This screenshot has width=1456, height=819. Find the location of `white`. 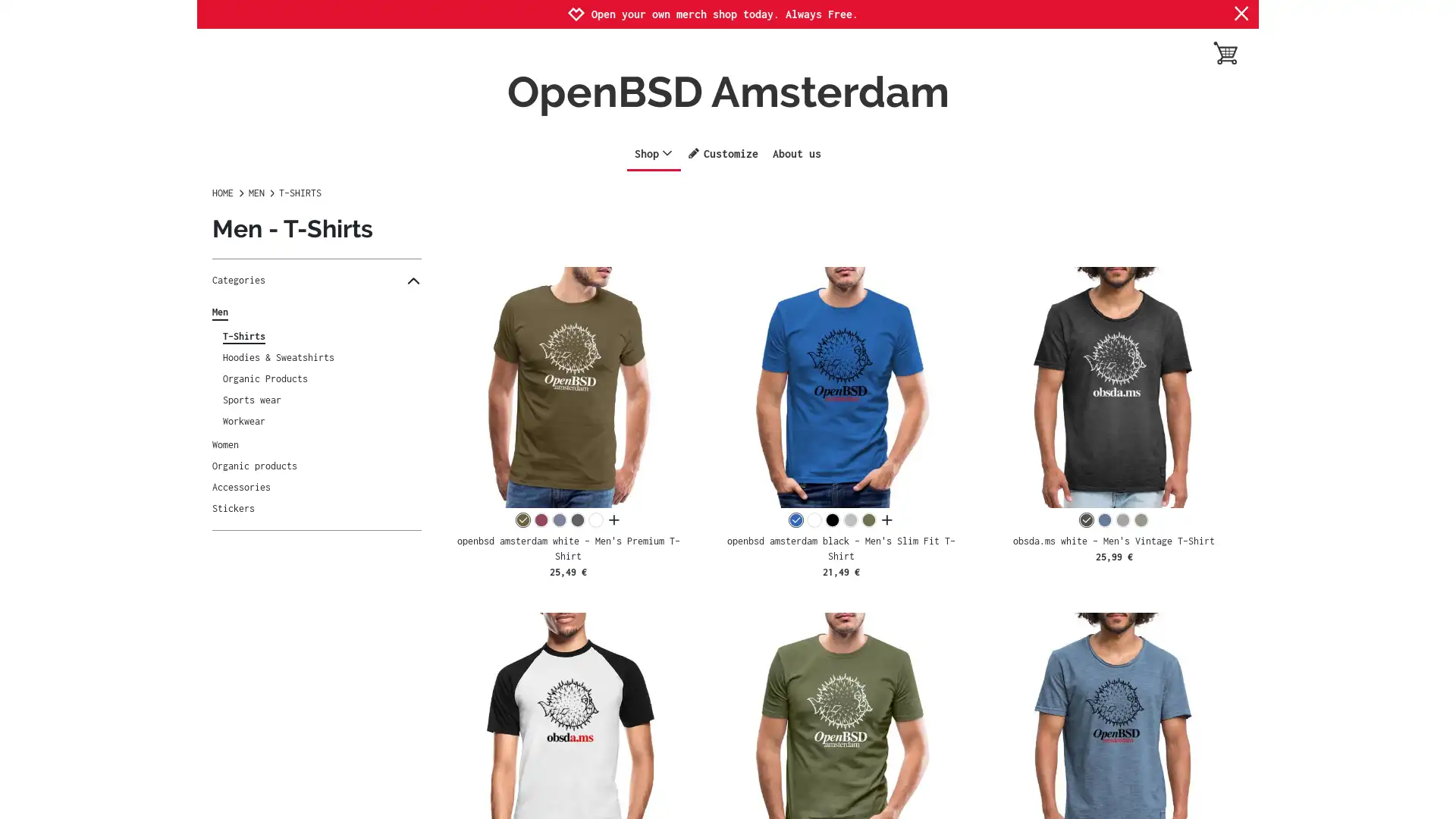

white is located at coordinates (595, 519).